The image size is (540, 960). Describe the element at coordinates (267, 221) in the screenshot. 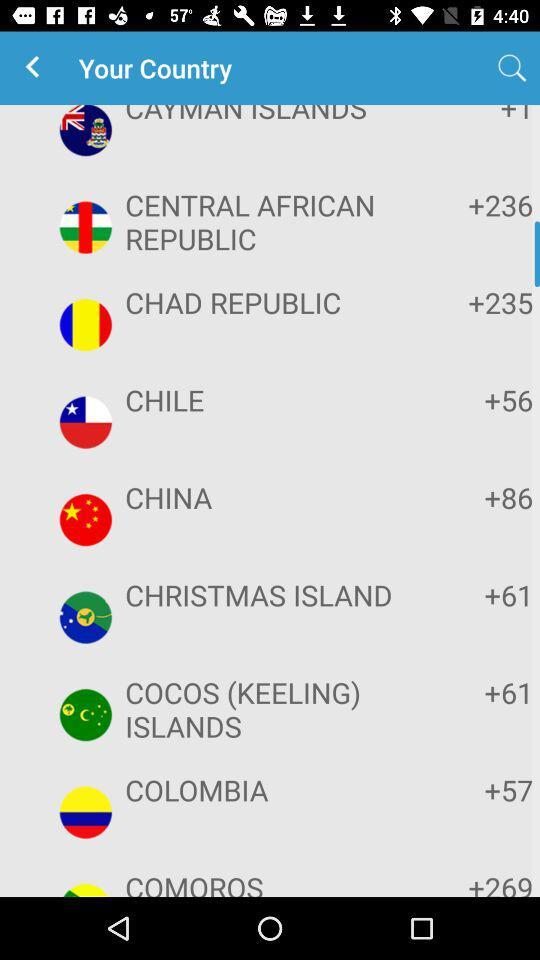

I see `item next to the +236 icon` at that location.